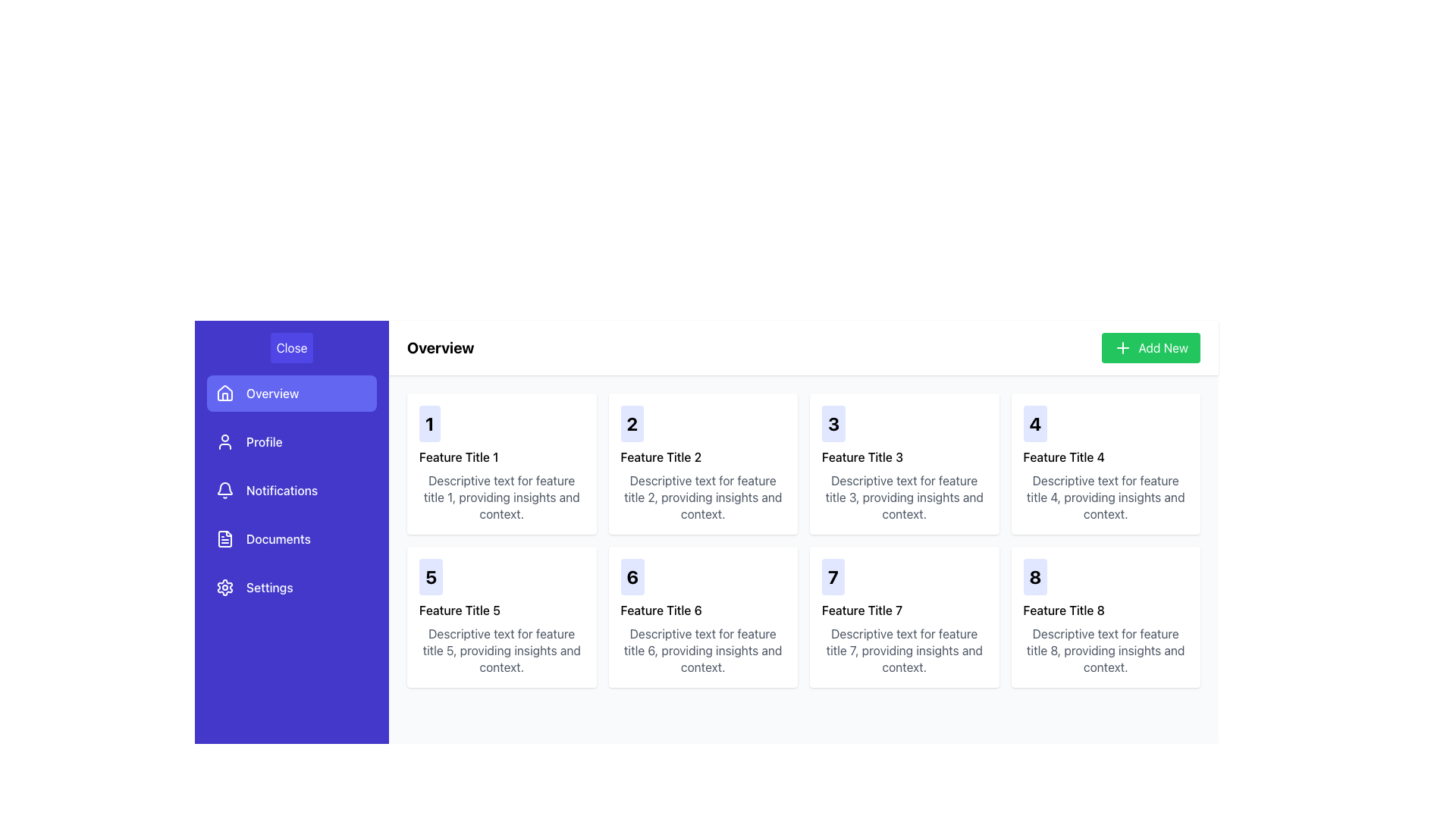  I want to click on the 'Settings' text label in the sidebar, so click(269, 587).